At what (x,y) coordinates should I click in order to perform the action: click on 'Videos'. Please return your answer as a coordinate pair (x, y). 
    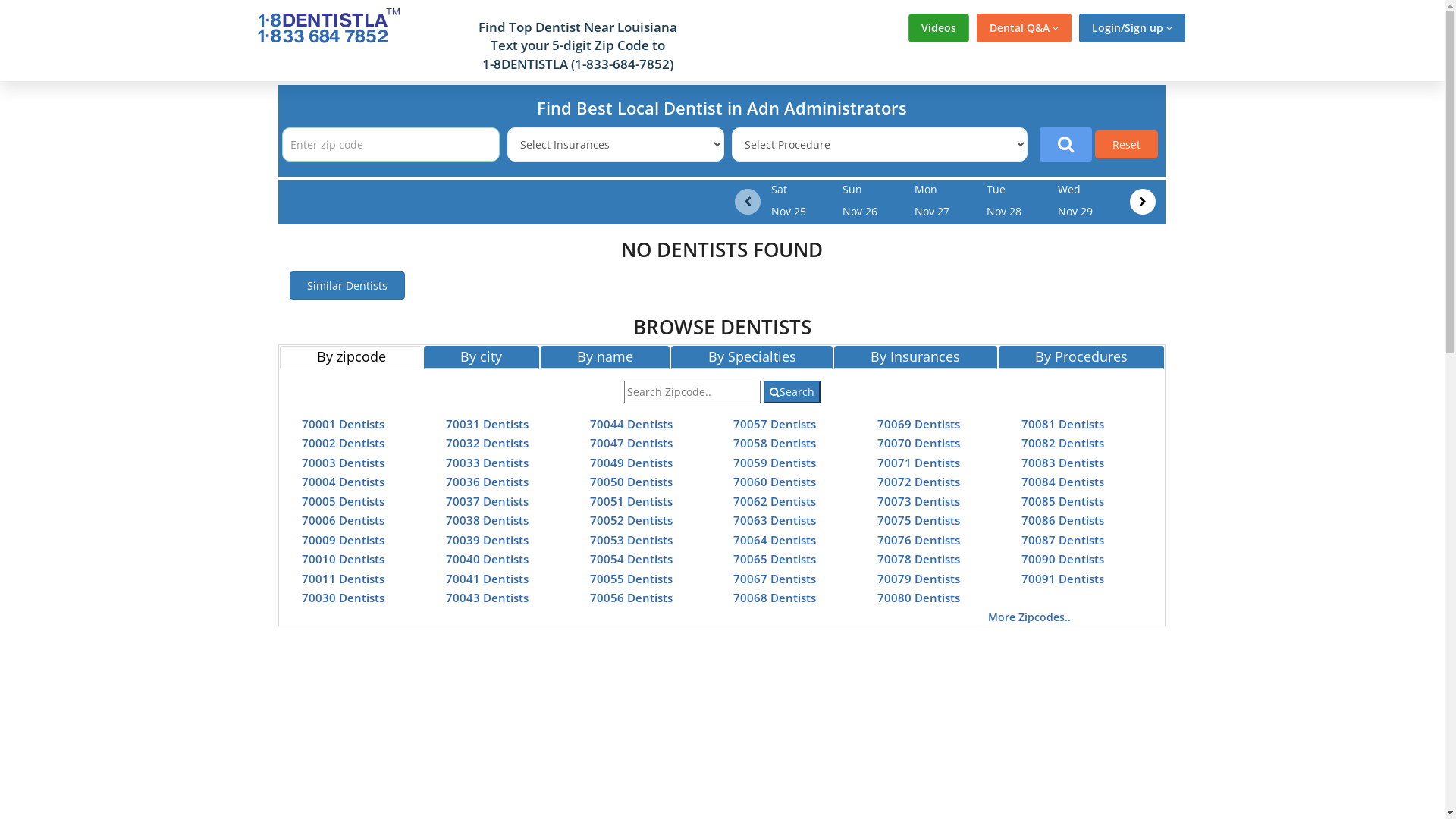
    Looking at the image, I should click on (938, 28).